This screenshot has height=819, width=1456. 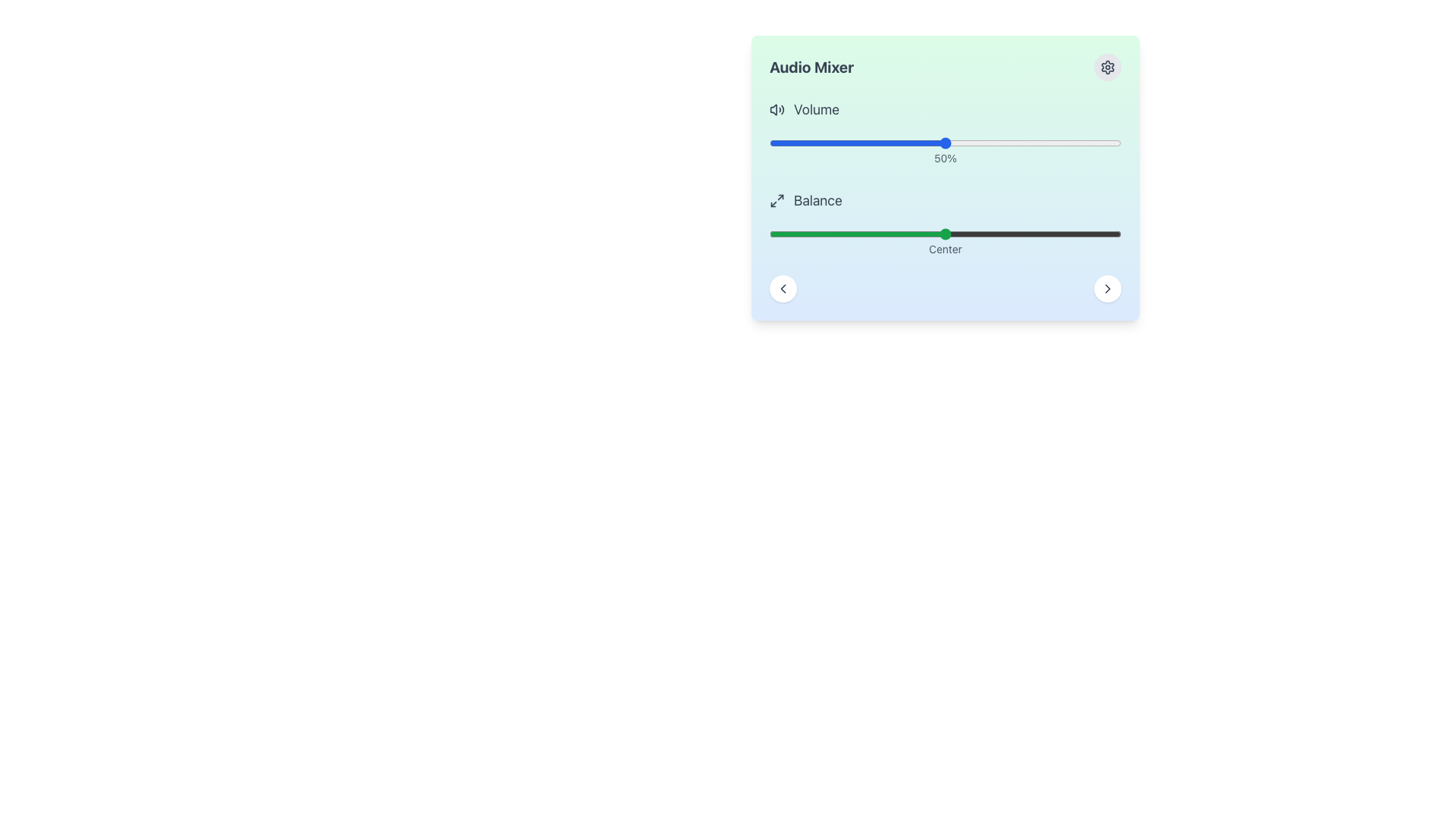 What do you see at coordinates (783, 289) in the screenshot?
I see `the leftward-chevron icon button located at the bottom-left corner of the 'Audio Mixer' card` at bounding box center [783, 289].